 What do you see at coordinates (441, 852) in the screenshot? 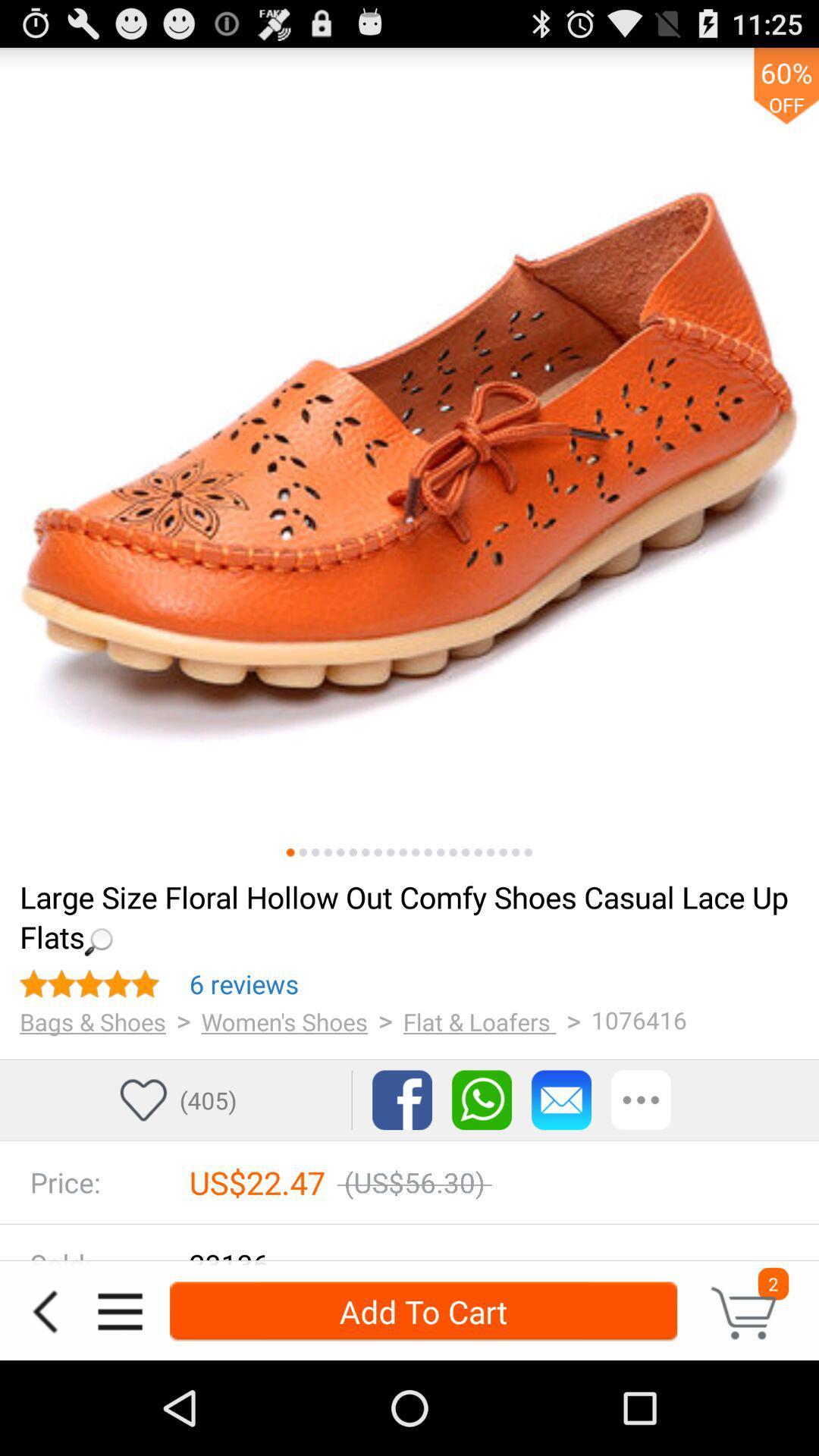
I see `image` at bounding box center [441, 852].